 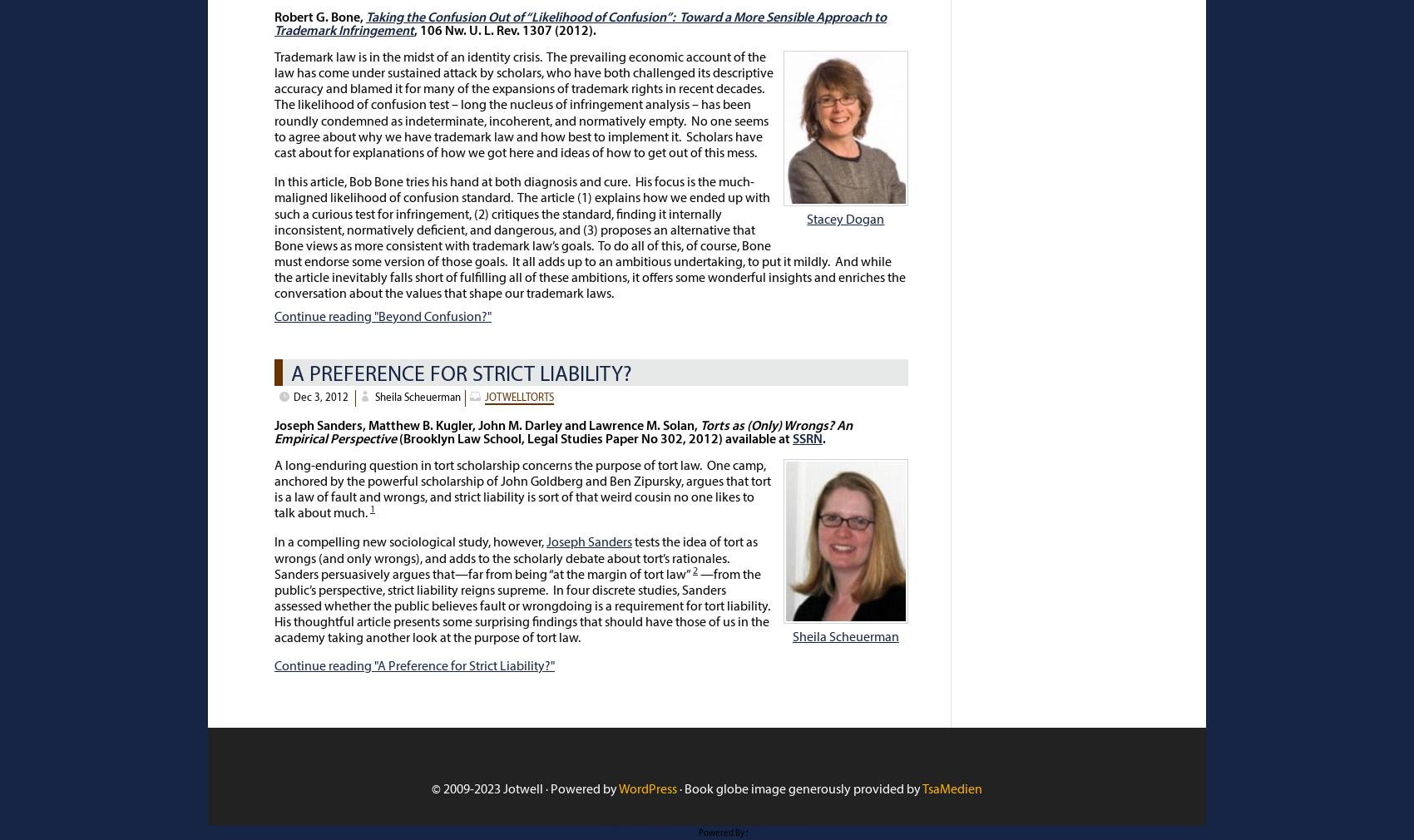 What do you see at coordinates (410, 541) in the screenshot?
I see `'In a compelling new sociological study, however,'` at bounding box center [410, 541].